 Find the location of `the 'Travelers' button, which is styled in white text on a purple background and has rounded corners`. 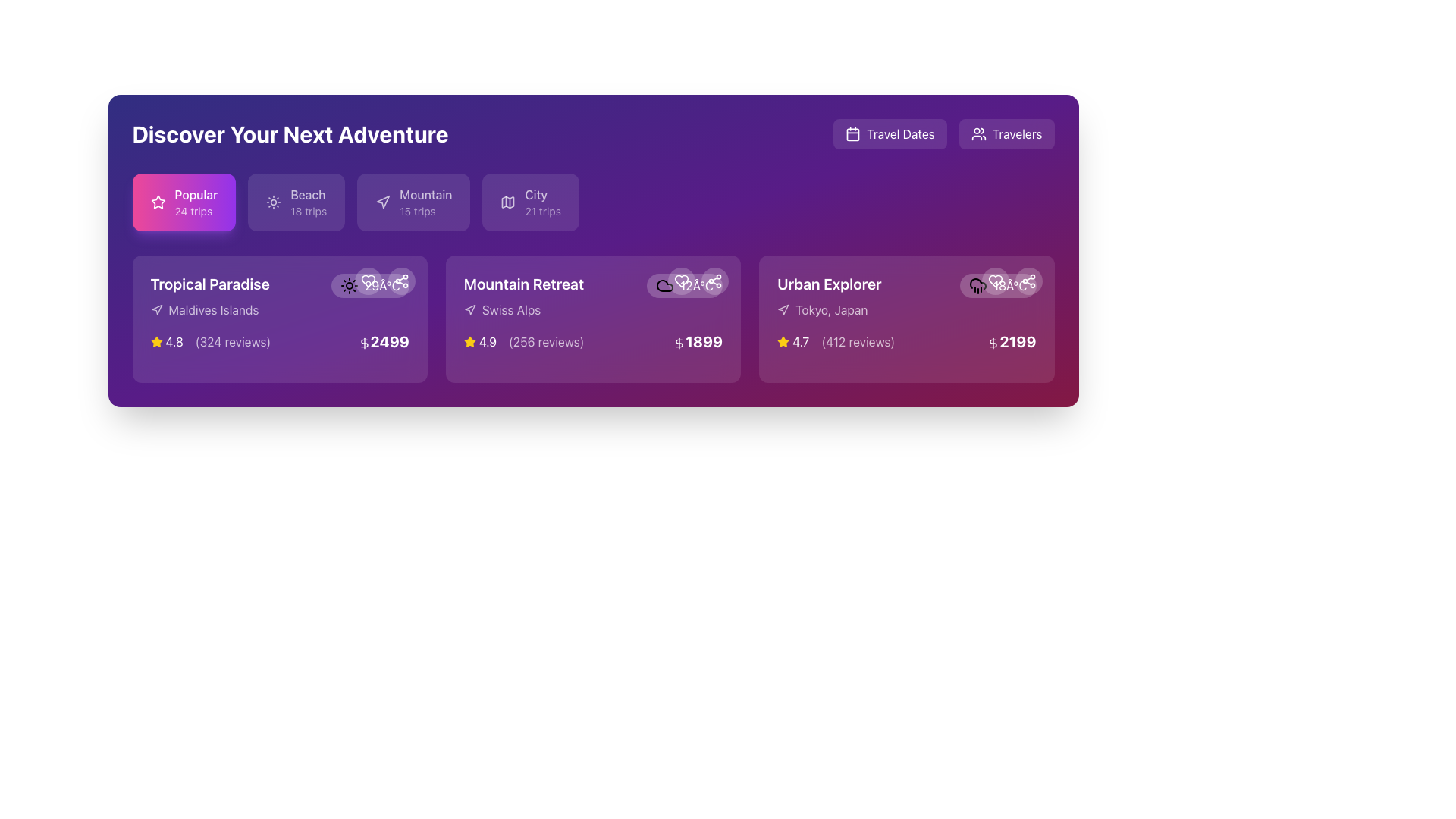

the 'Travelers' button, which is styled in white text on a purple background and has rounded corners is located at coordinates (1017, 133).